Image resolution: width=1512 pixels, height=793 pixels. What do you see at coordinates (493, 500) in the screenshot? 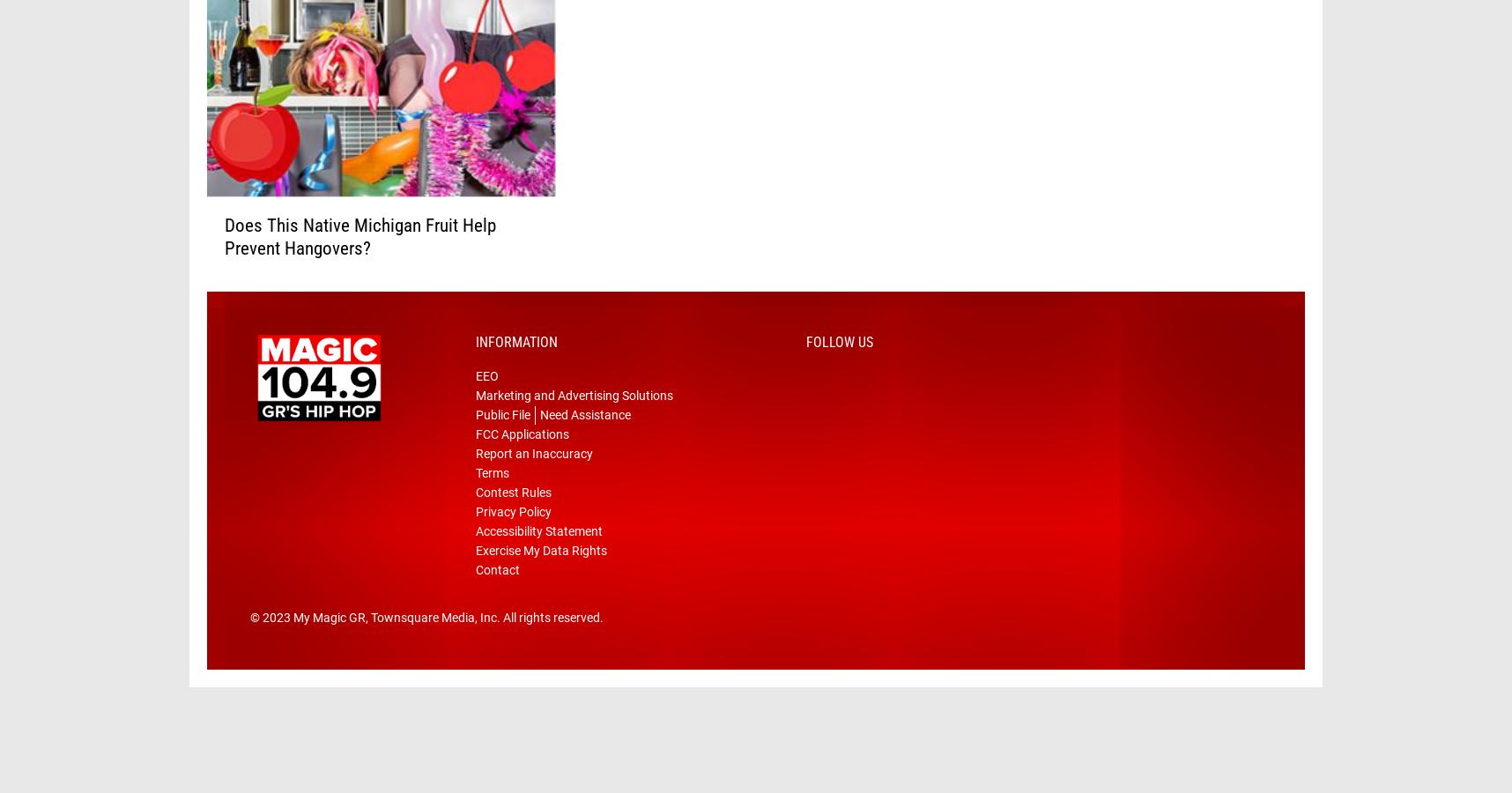
I see `'Terms'` at bounding box center [493, 500].